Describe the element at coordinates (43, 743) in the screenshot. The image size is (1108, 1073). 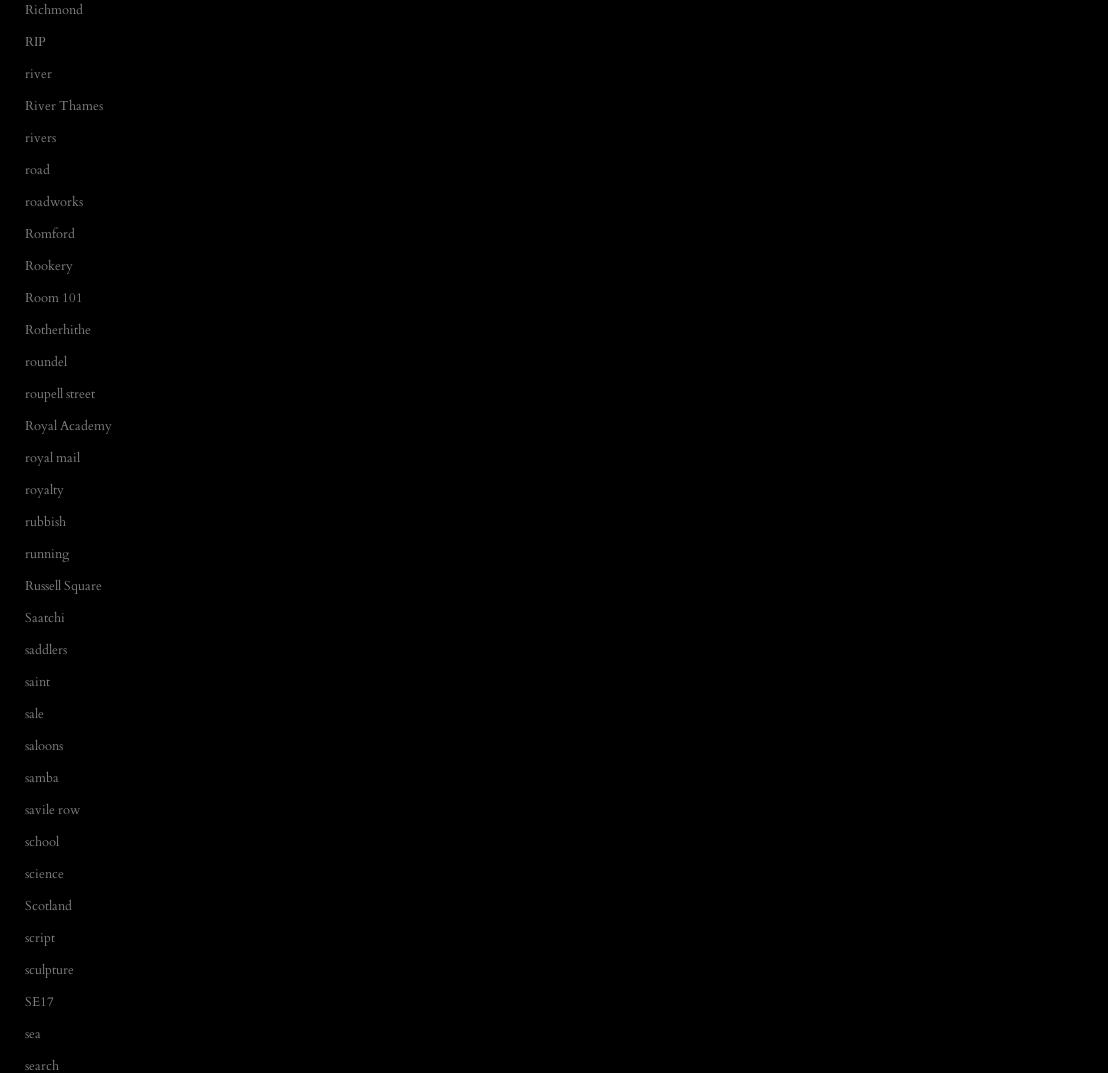
I see `'saloons'` at that location.